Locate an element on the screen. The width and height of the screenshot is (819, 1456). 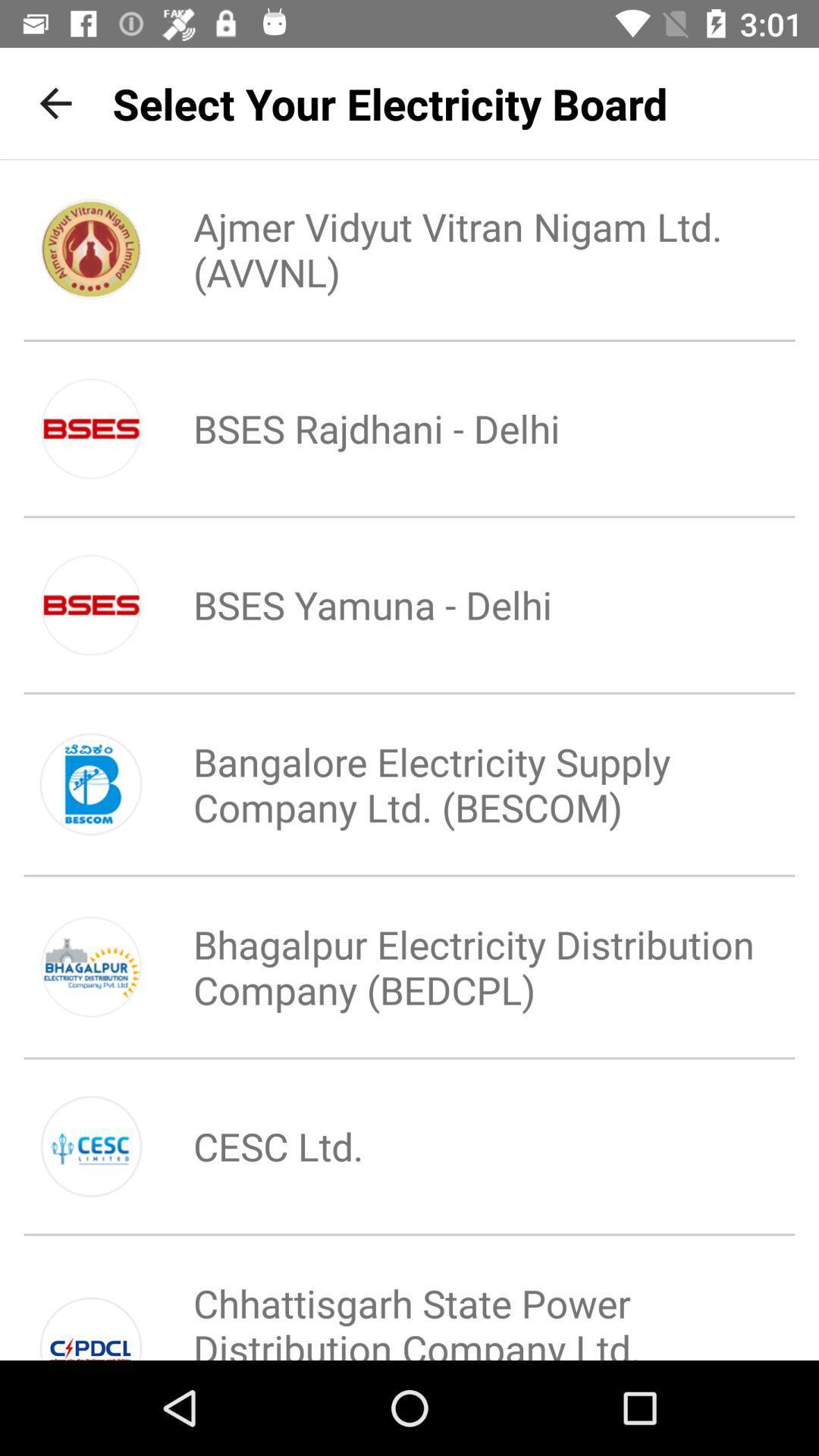
the bangalore electricity supply item is located at coordinates (460, 784).